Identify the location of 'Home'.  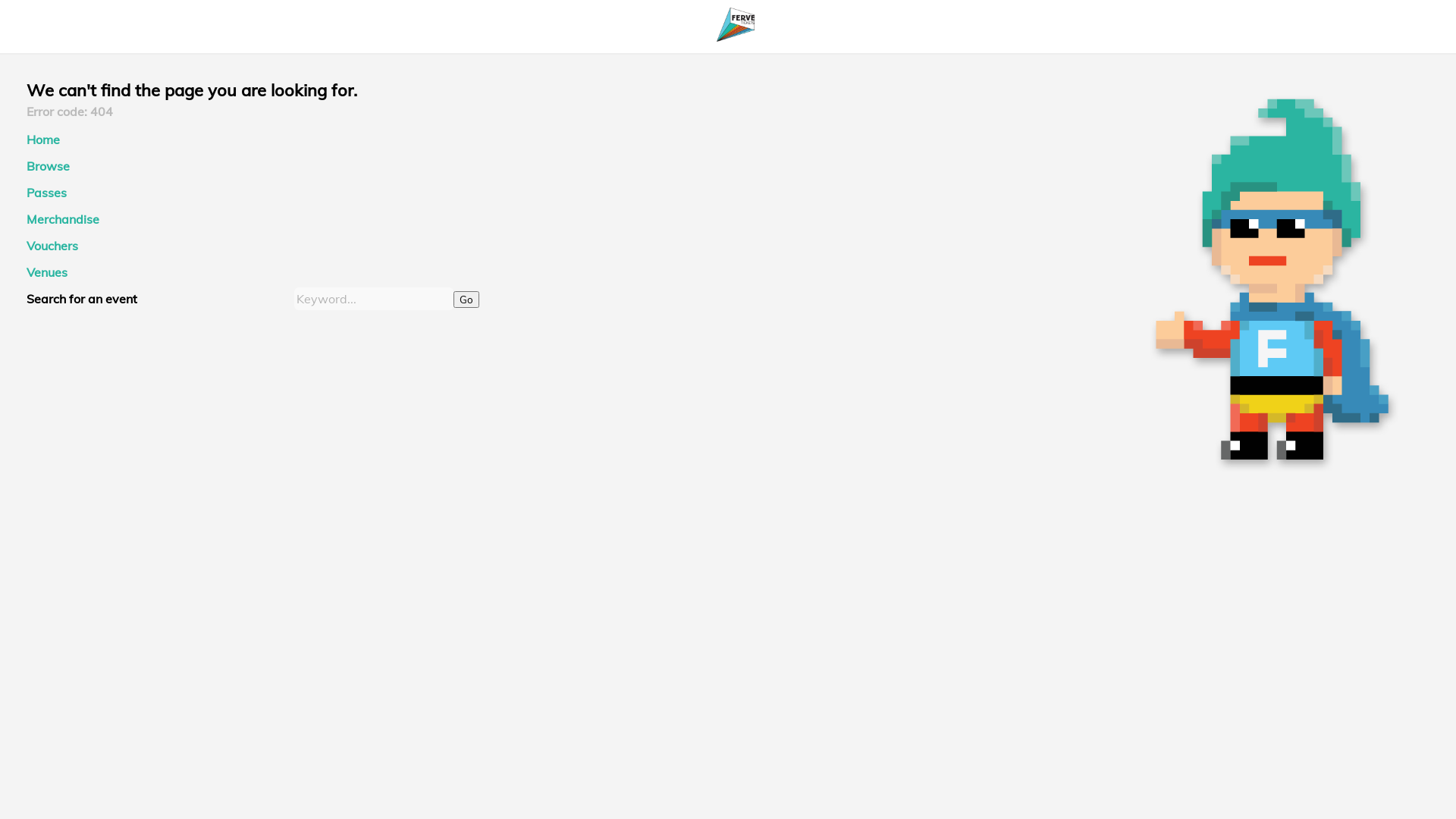
(43, 140).